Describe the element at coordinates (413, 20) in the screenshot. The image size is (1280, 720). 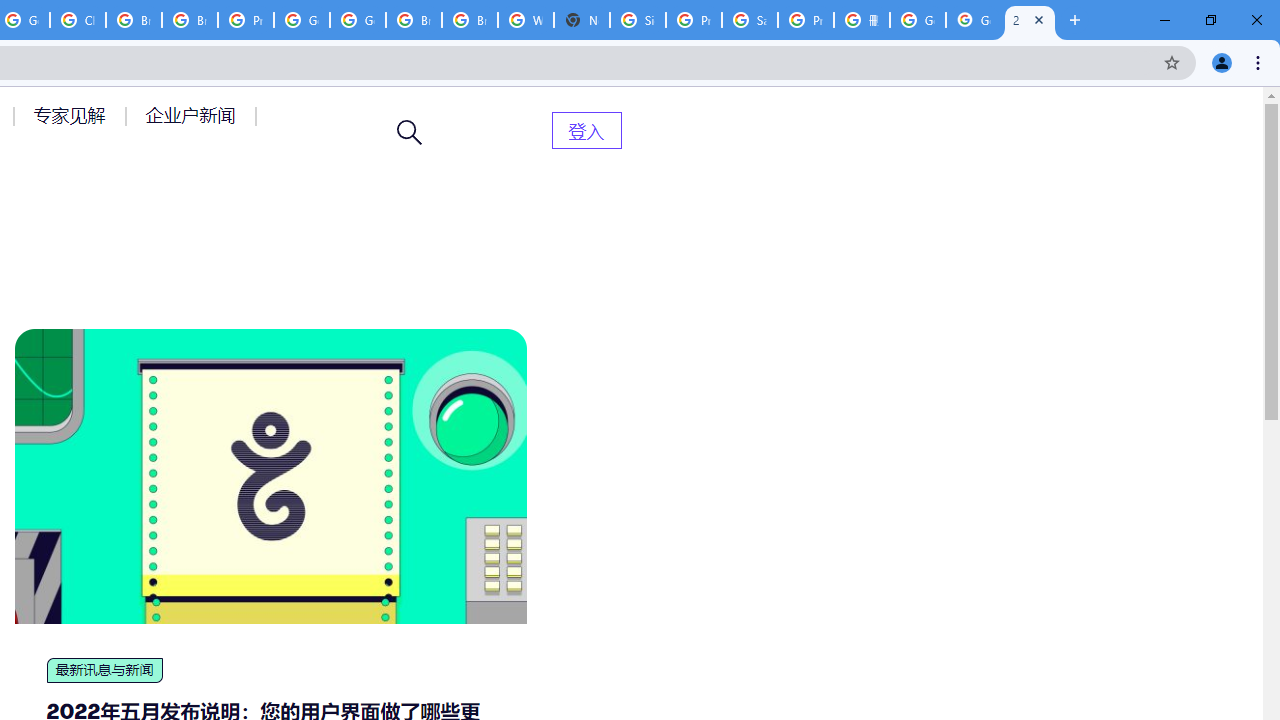
I see `'Browse Chrome as a guest - Computer - Google Chrome Help'` at that location.